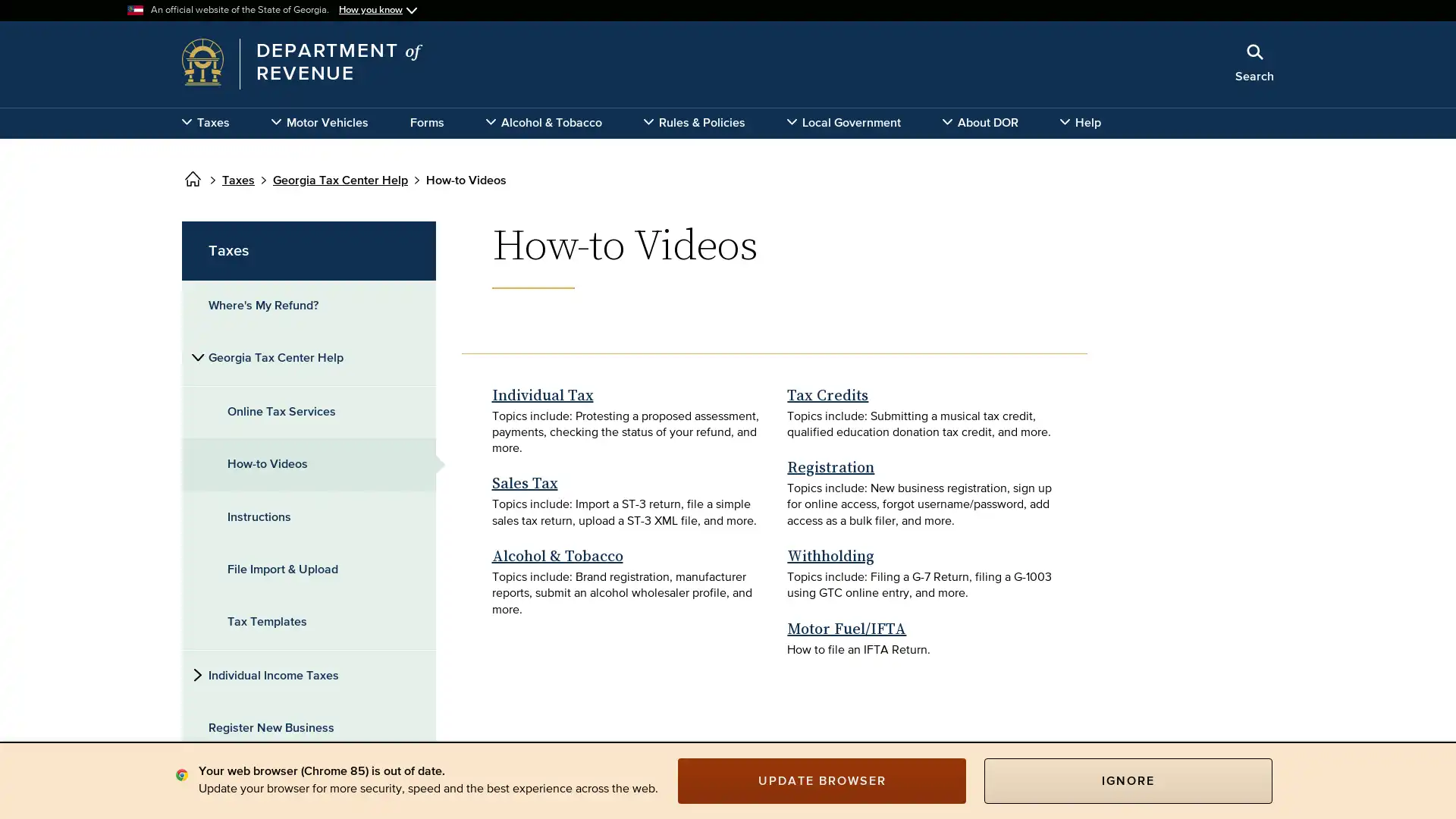  Describe the element at coordinates (1193, 213) in the screenshot. I see `Search` at that location.